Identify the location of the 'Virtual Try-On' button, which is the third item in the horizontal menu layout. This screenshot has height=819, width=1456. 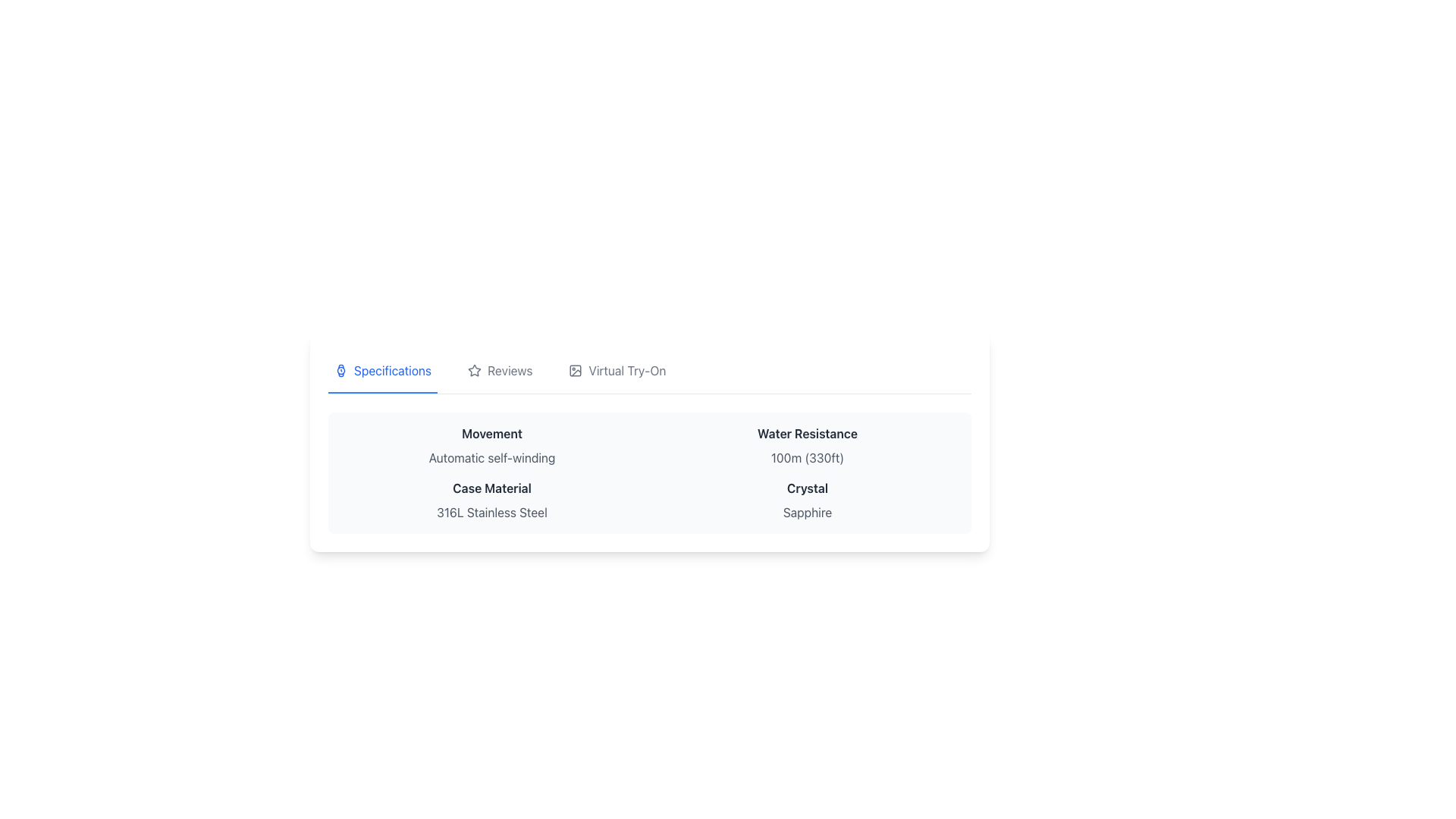
(617, 371).